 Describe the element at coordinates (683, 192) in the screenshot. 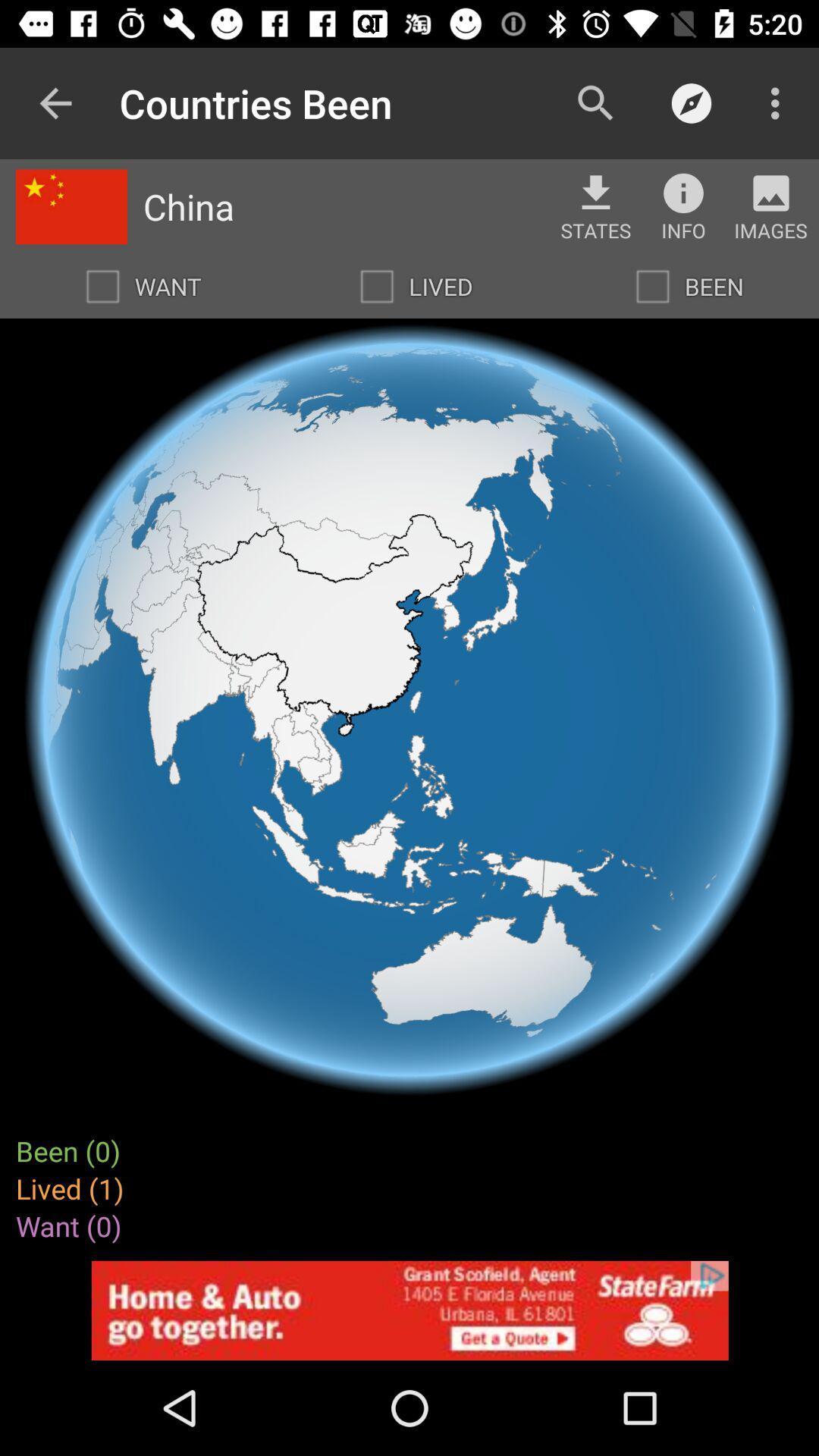

I see `show information` at that location.